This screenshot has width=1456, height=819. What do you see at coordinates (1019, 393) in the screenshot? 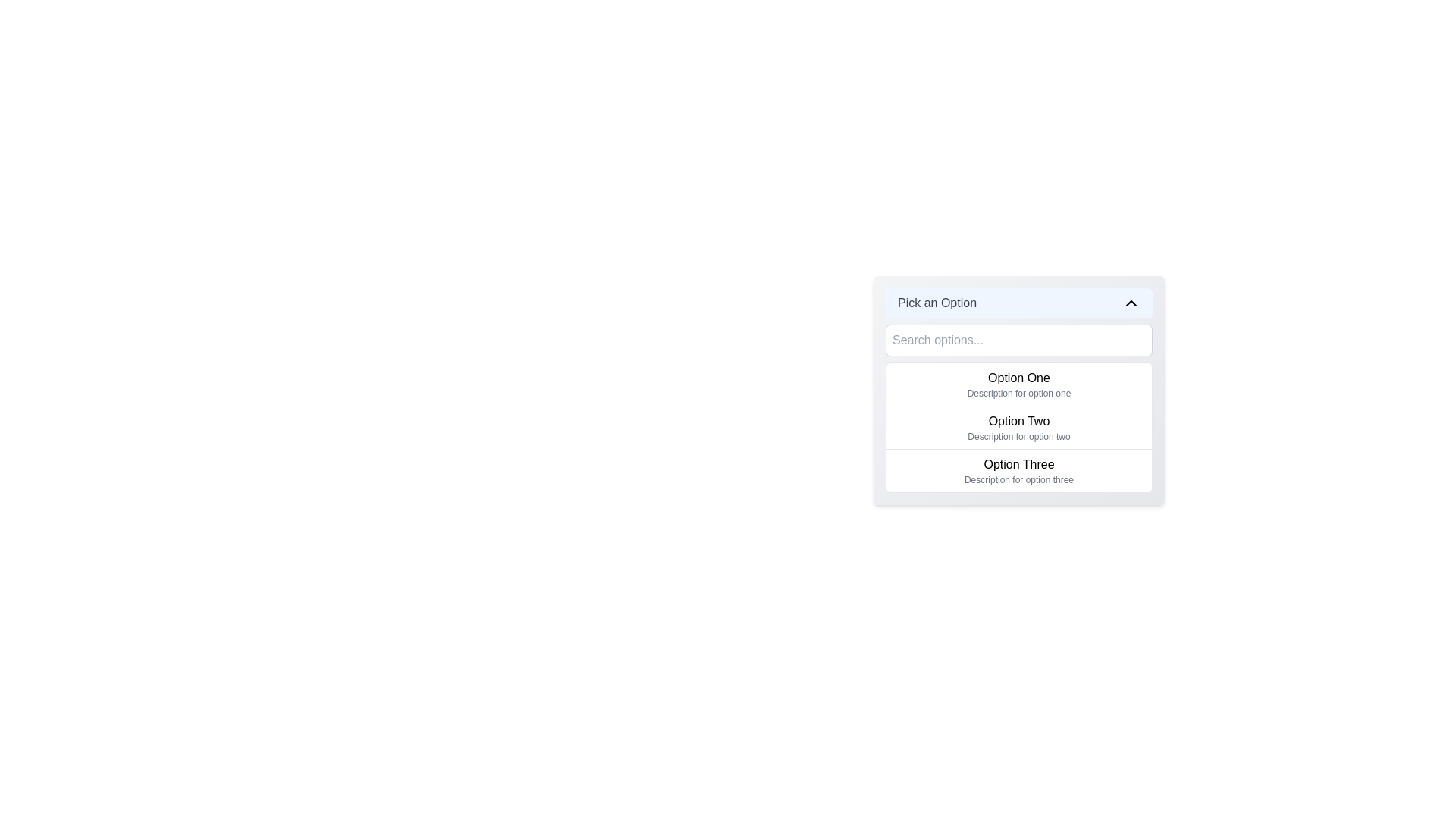
I see `the text label reading 'Description for option one', which is located directly below the bolded title 'Option One' in the first selectable option of the list` at bounding box center [1019, 393].